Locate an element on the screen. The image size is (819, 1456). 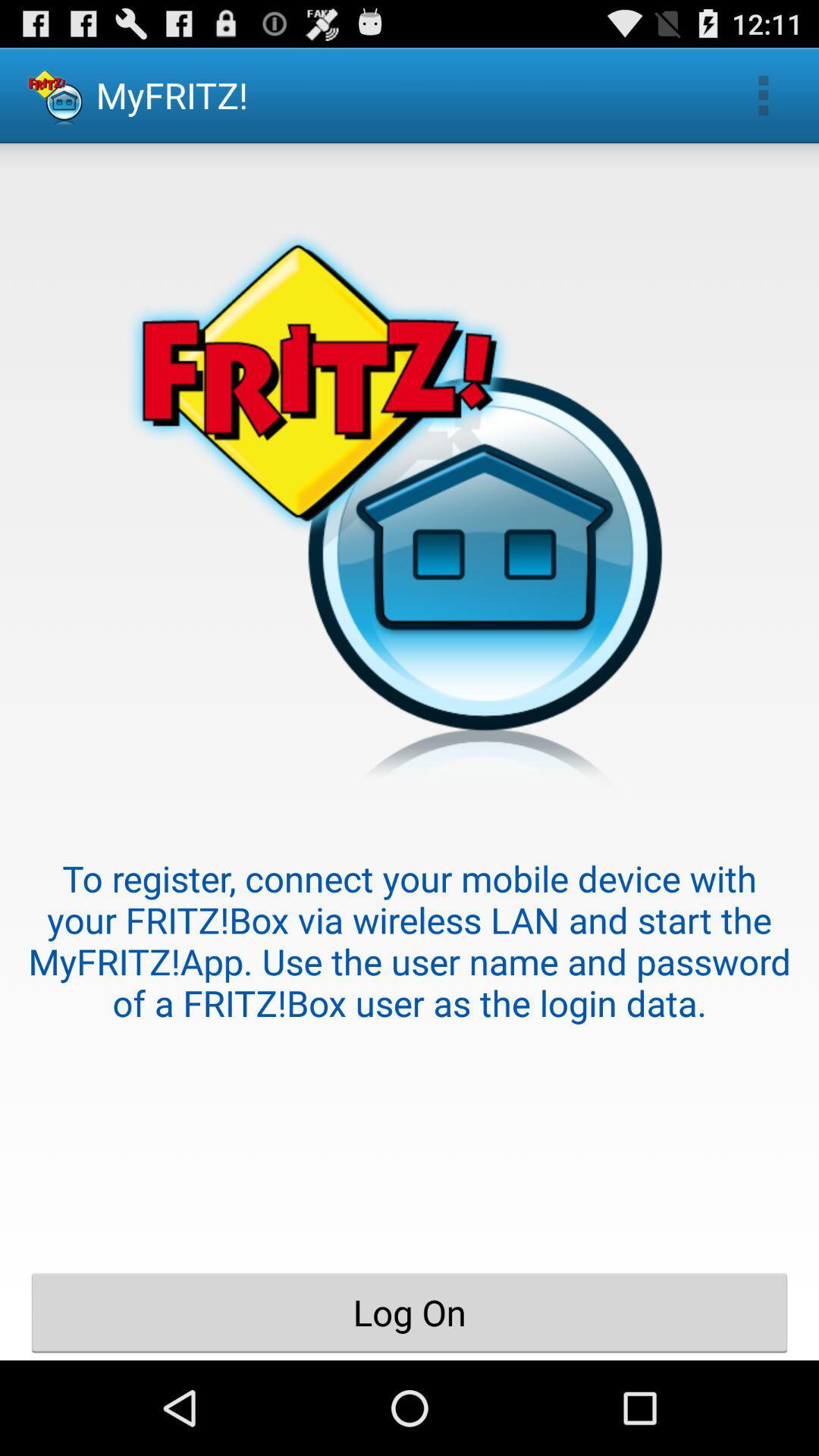
item at the top right corner is located at coordinates (763, 94).